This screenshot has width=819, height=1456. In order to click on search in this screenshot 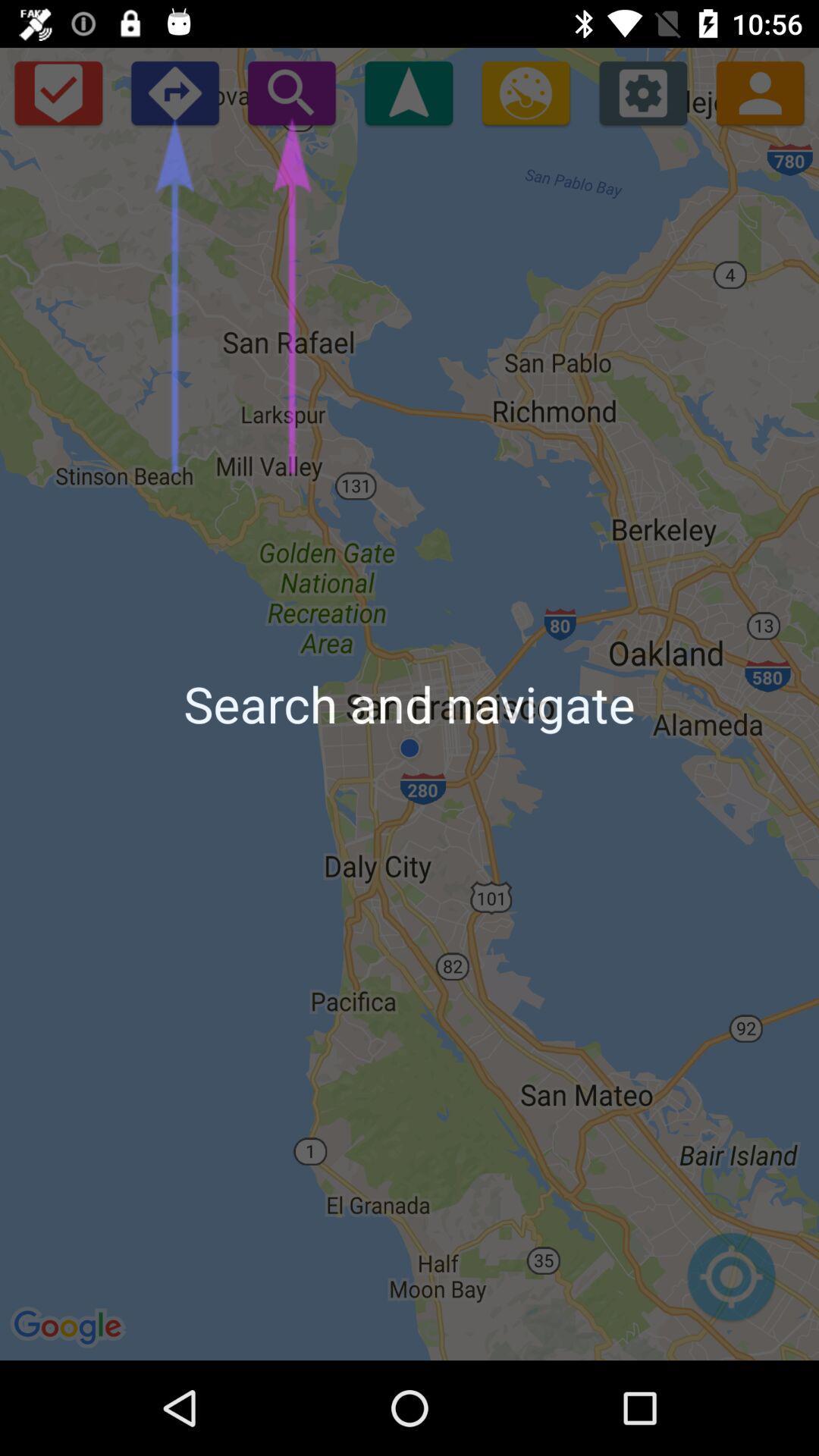, I will do `click(291, 92)`.